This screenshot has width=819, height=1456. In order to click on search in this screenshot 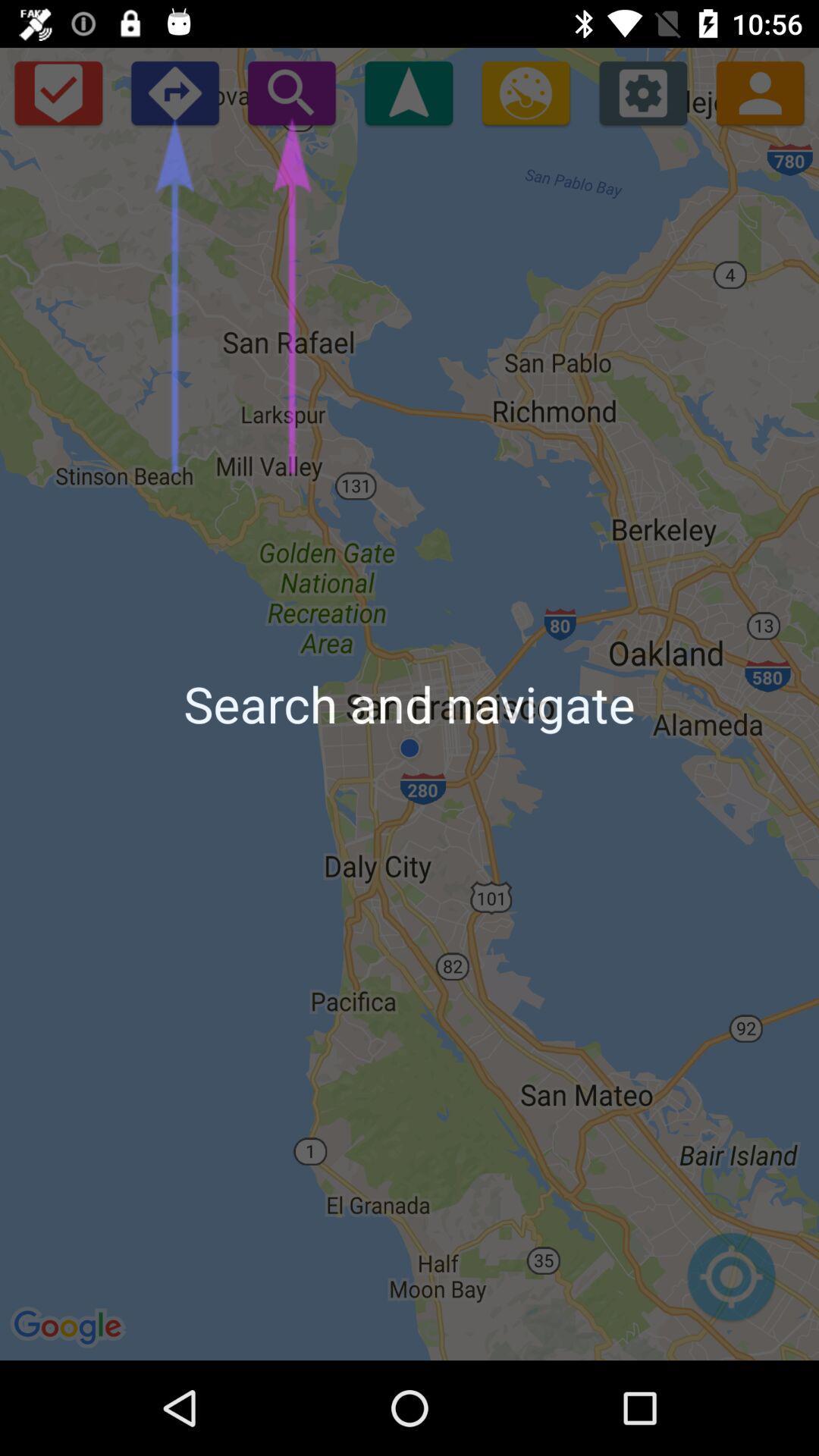, I will do `click(291, 92)`.